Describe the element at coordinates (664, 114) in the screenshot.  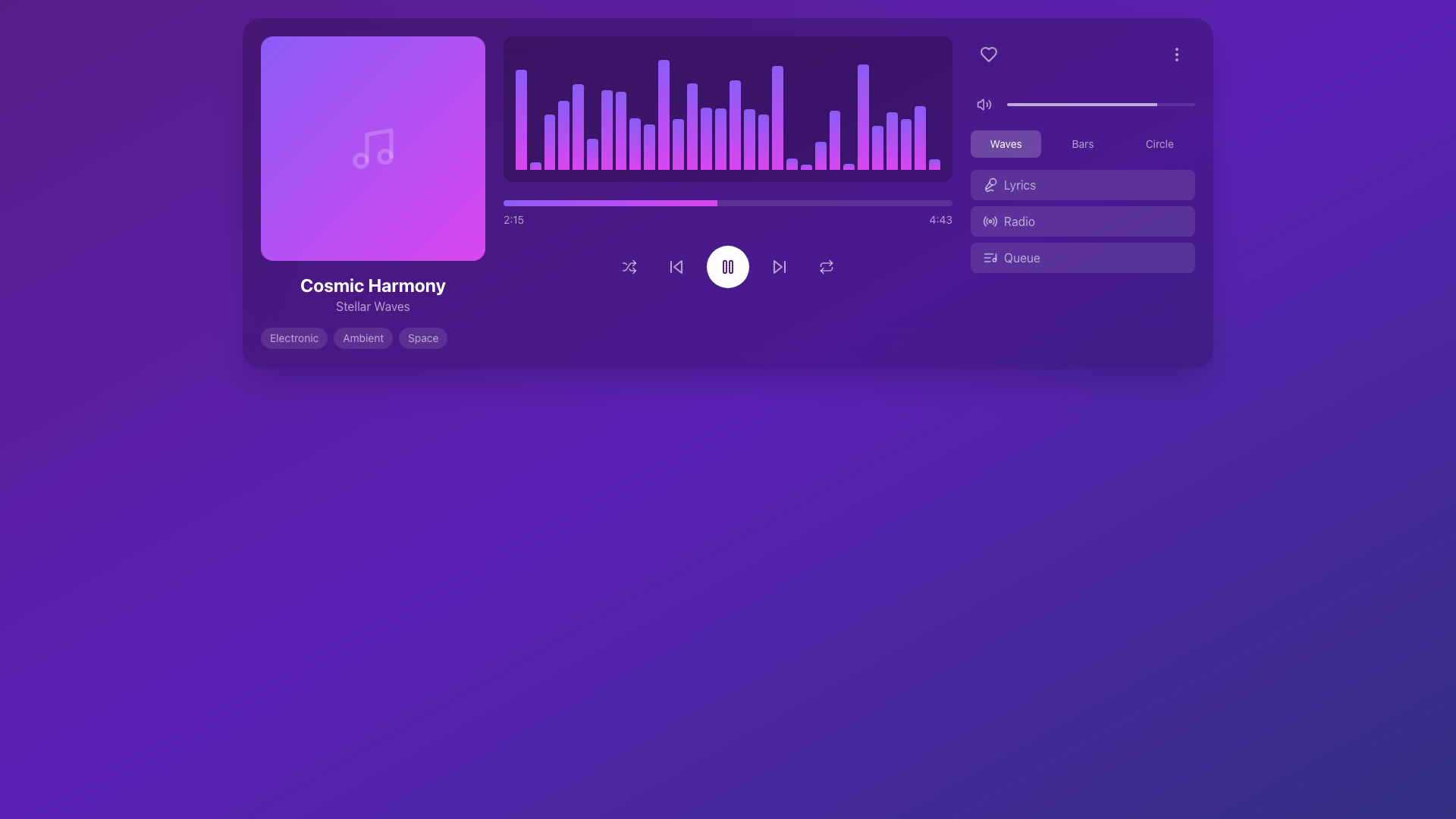
I see `the 11th bar in the audio wave visualizer, which is part of a series of similar horizontal bars` at that location.